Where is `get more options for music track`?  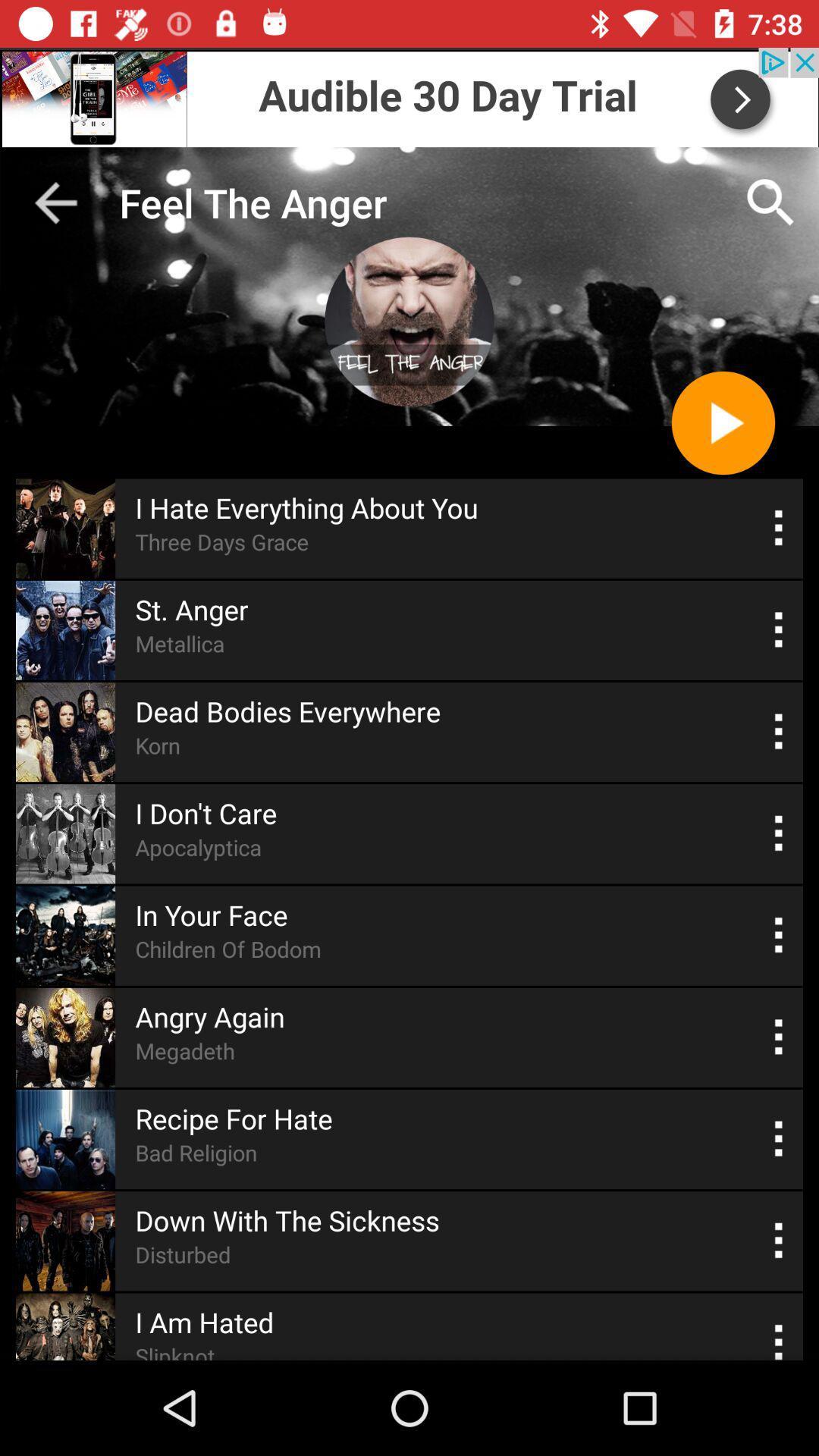
get more options for music track is located at coordinates (779, 732).